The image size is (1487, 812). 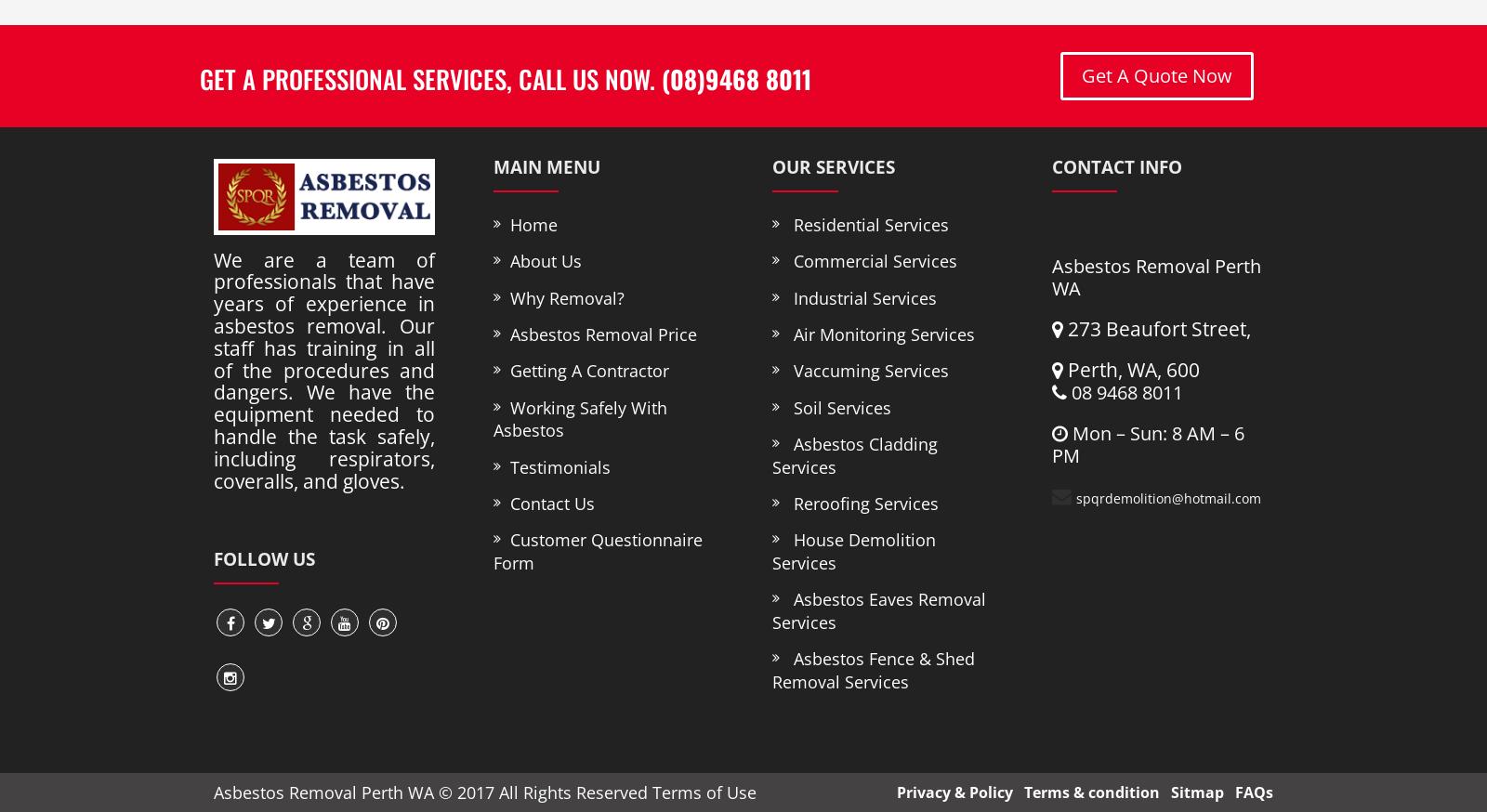 What do you see at coordinates (1123, 392) in the screenshot?
I see `'08 9468 8011'` at bounding box center [1123, 392].